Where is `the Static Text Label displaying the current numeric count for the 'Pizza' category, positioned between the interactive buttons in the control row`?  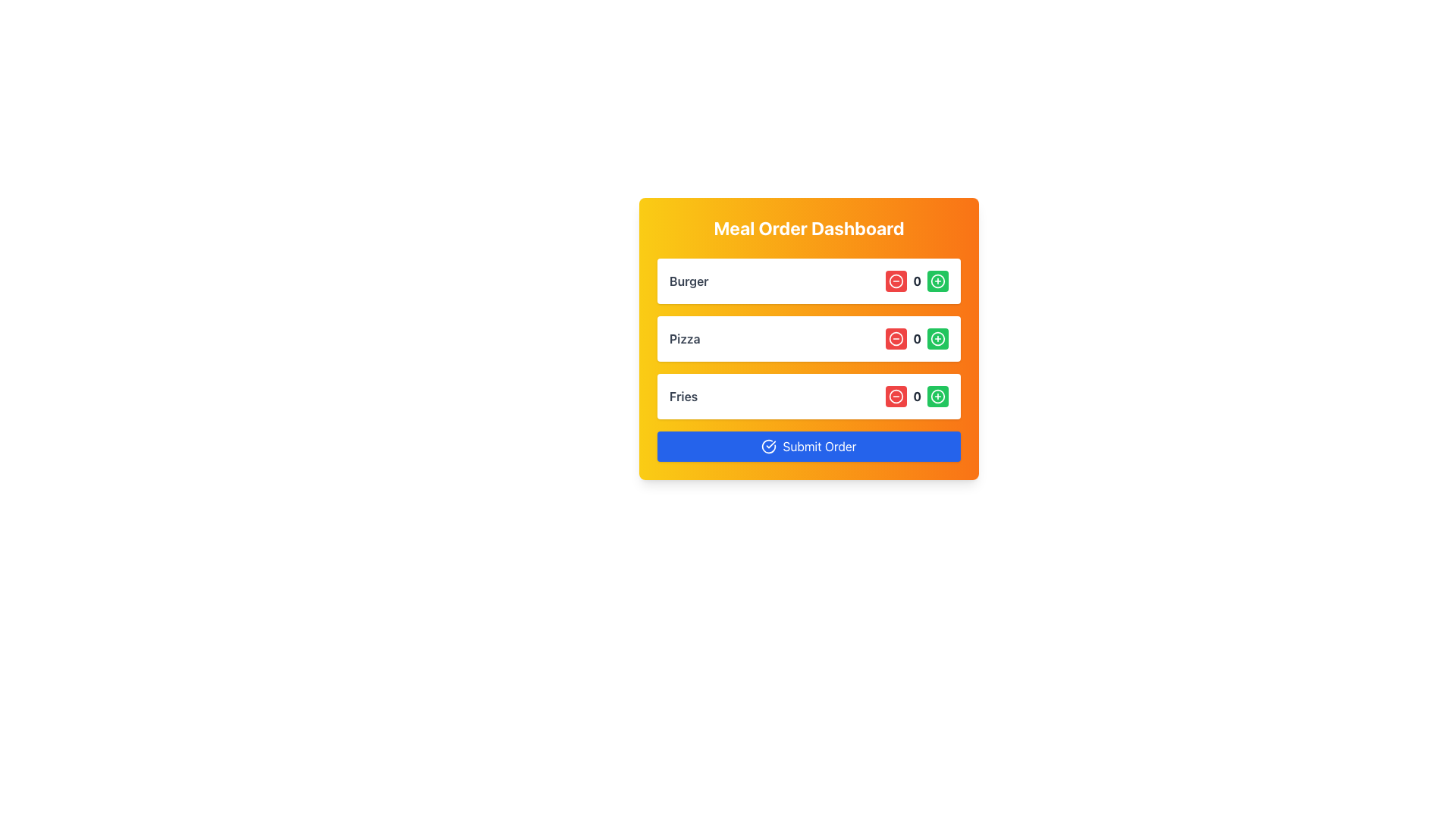 the Static Text Label displaying the current numeric count for the 'Pizza' category, positioned between the interactive buttons in the control row is located at coordinates (916, 281).